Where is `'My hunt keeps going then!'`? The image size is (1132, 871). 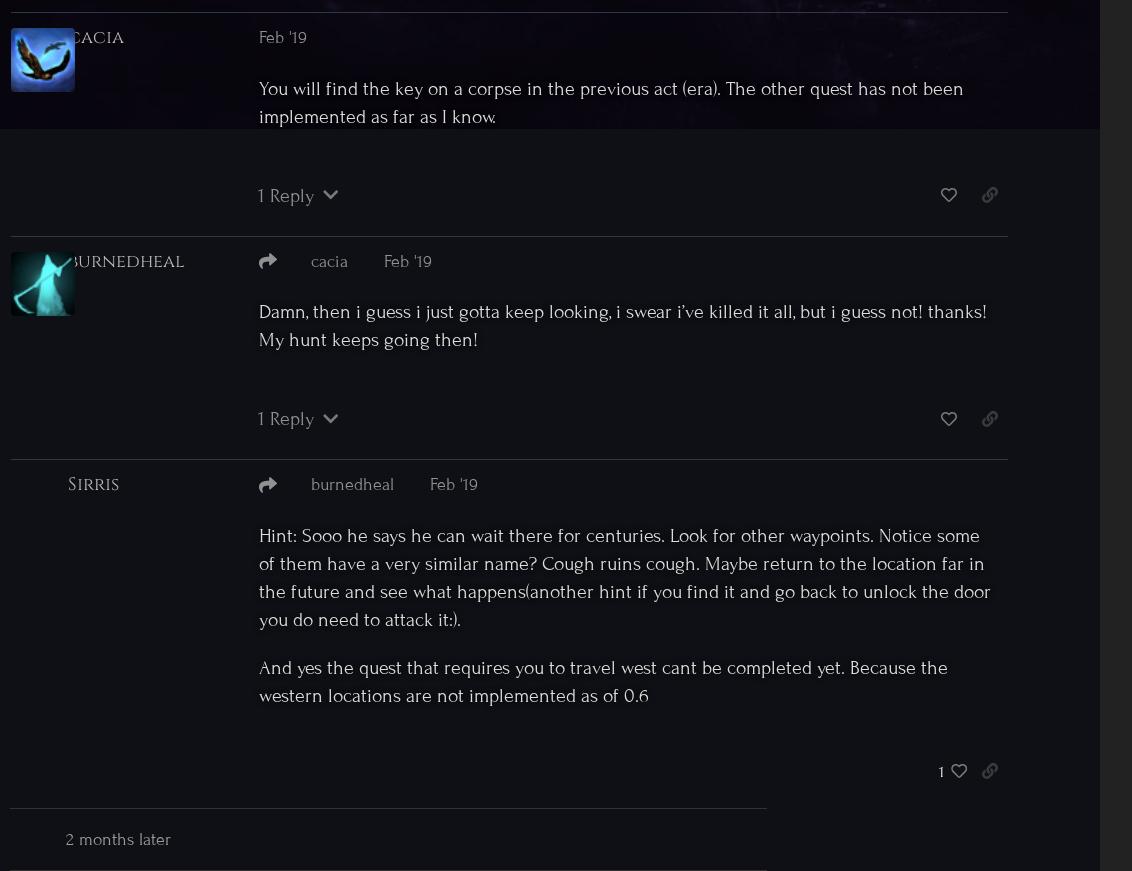
'My hunt keeps going then!' is located at coordinates (259, 338).